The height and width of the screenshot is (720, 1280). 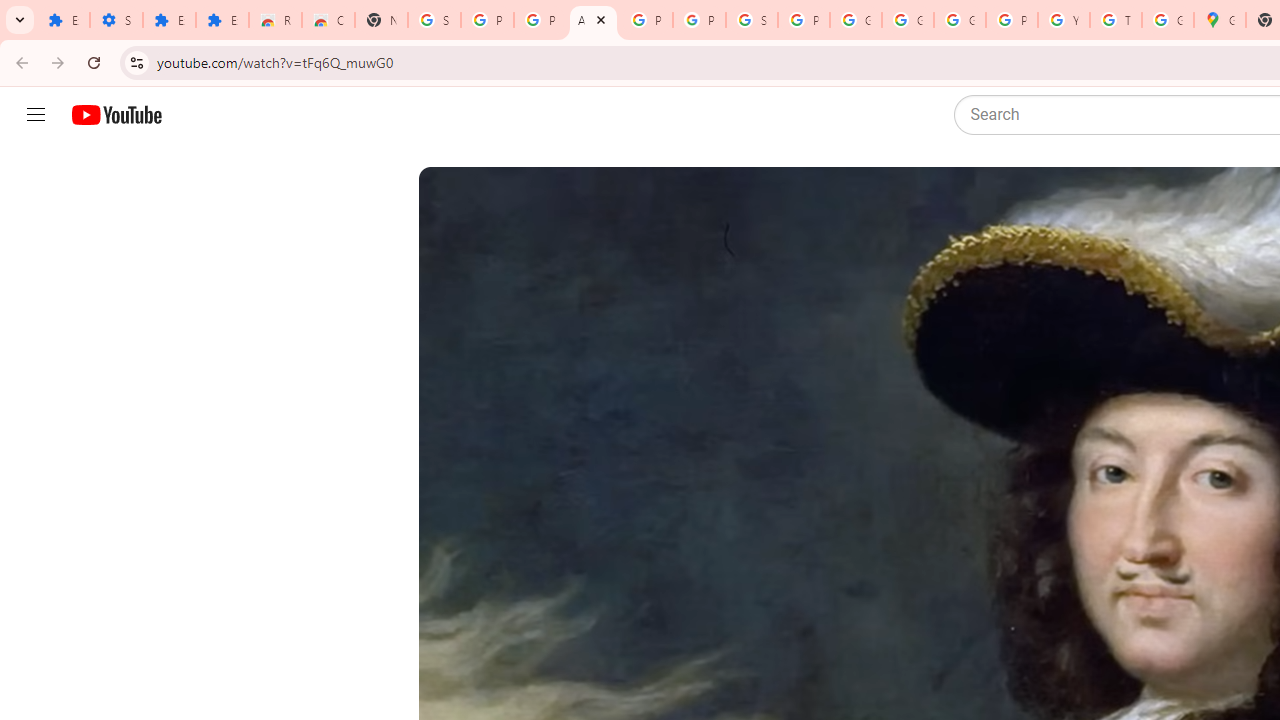 What do you see at coordinates (855, 20) in the screenshot?
I see `'Google Account'` at bounding box center [855, 20].